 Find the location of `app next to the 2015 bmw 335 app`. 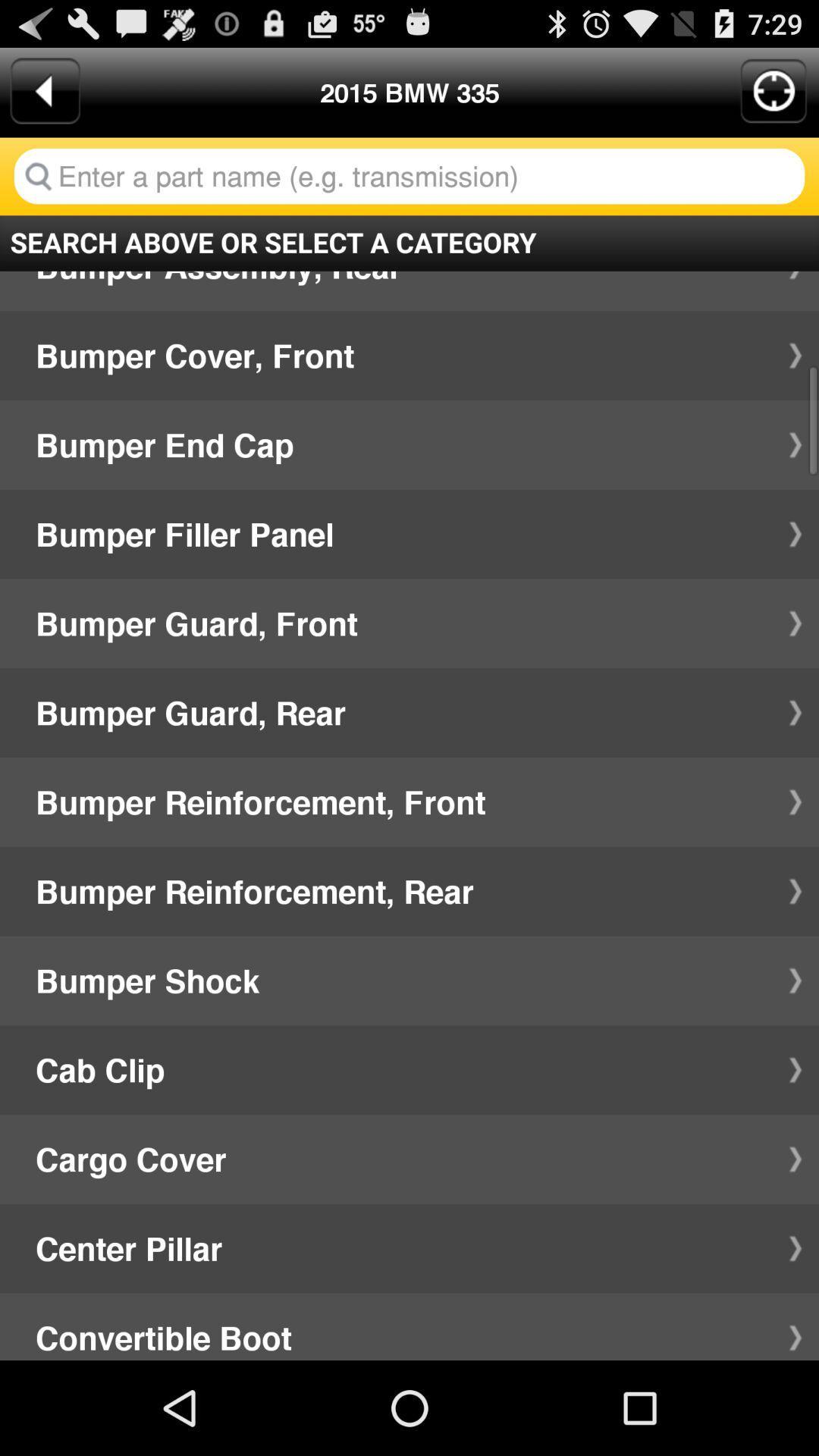

app next to the 2015 bmw 335 app is located at coordinates (44, 90).